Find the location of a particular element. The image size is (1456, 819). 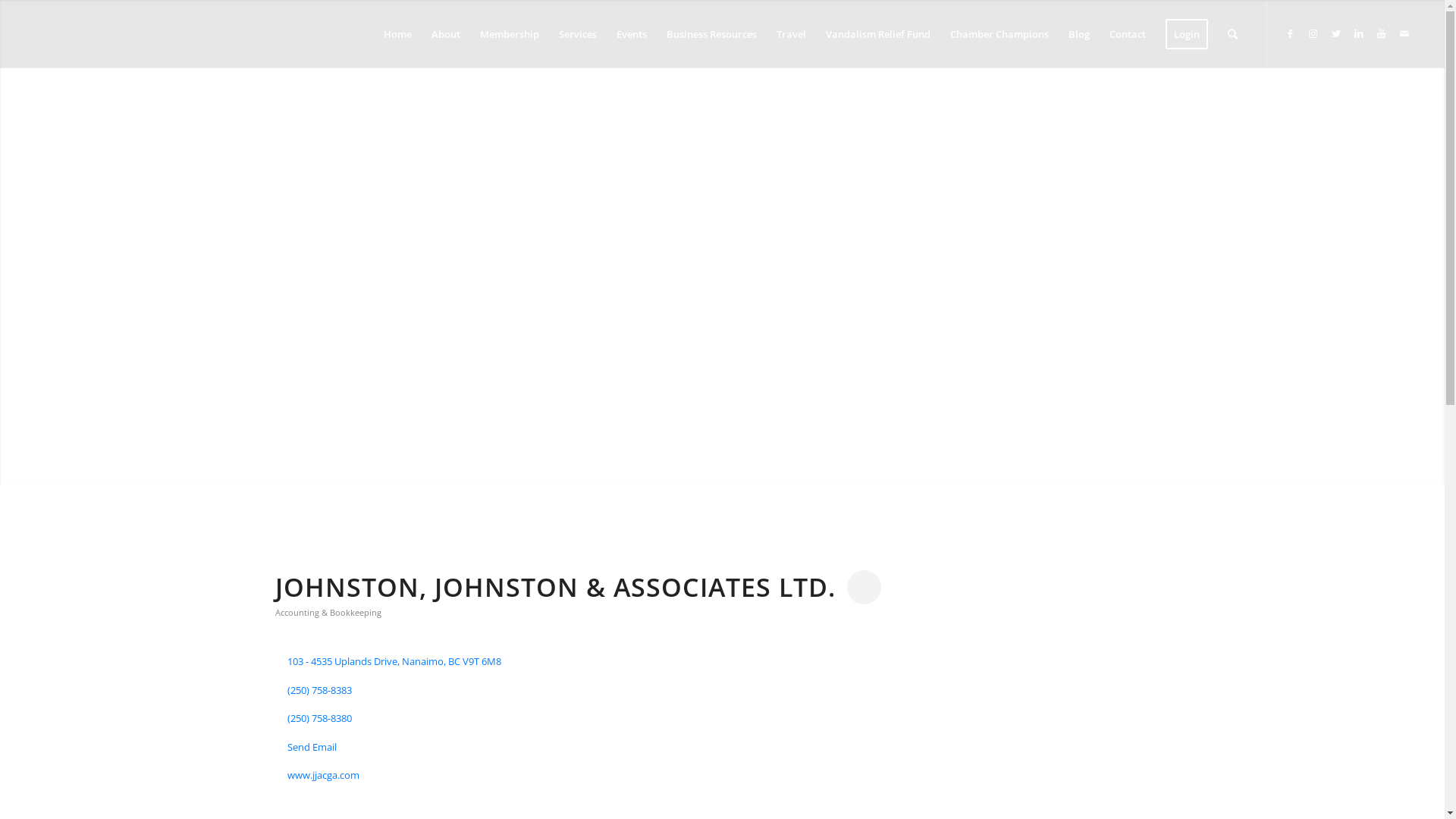

'Blog' is located at coordinates (1078, 34).